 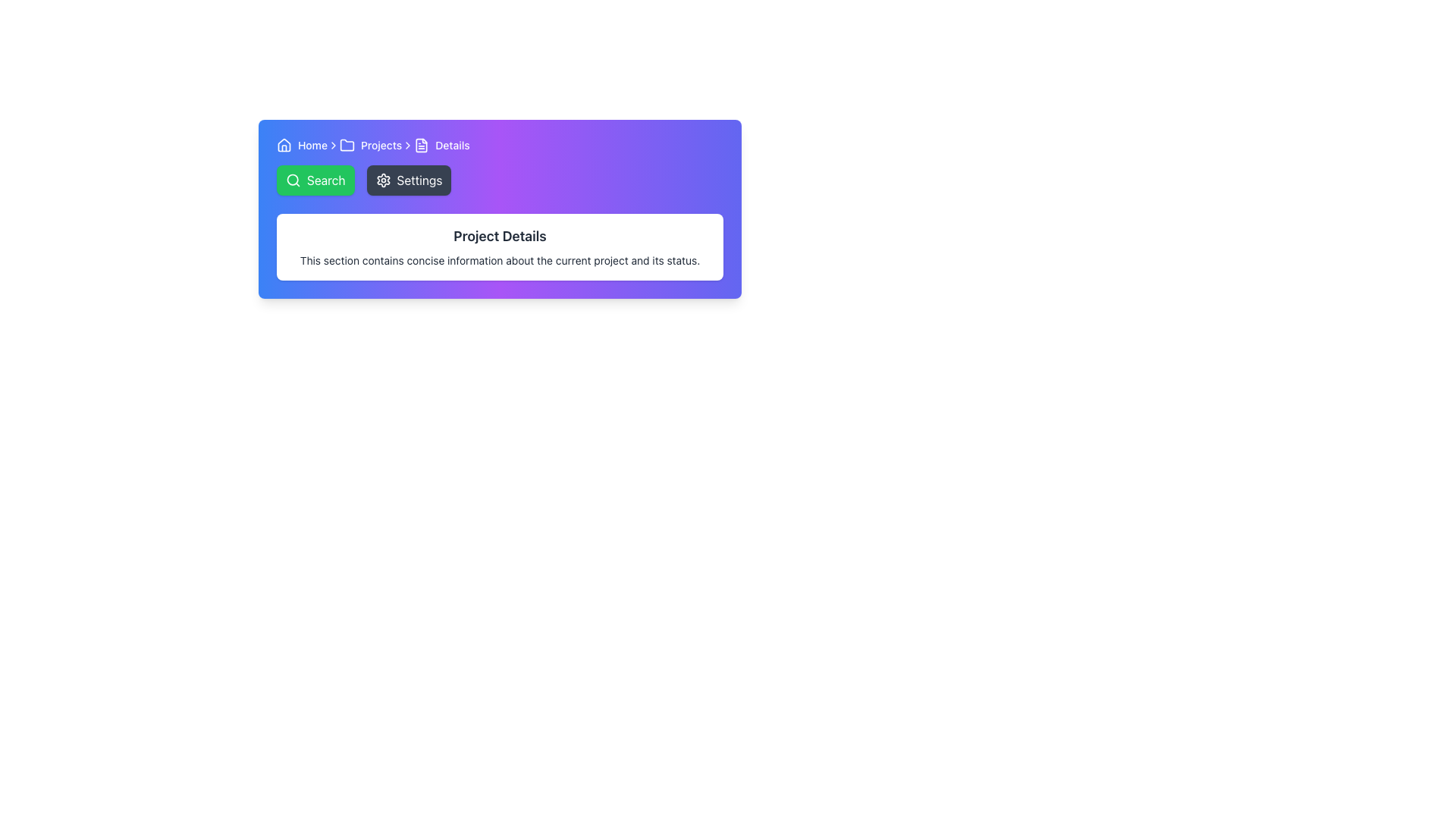 I want to click on the Breadcrumb text label, which serves as the initial link in the breadcrumb navigation bar, allowing users to navigate back to the 'Home' section, so click(x=302, y=146).